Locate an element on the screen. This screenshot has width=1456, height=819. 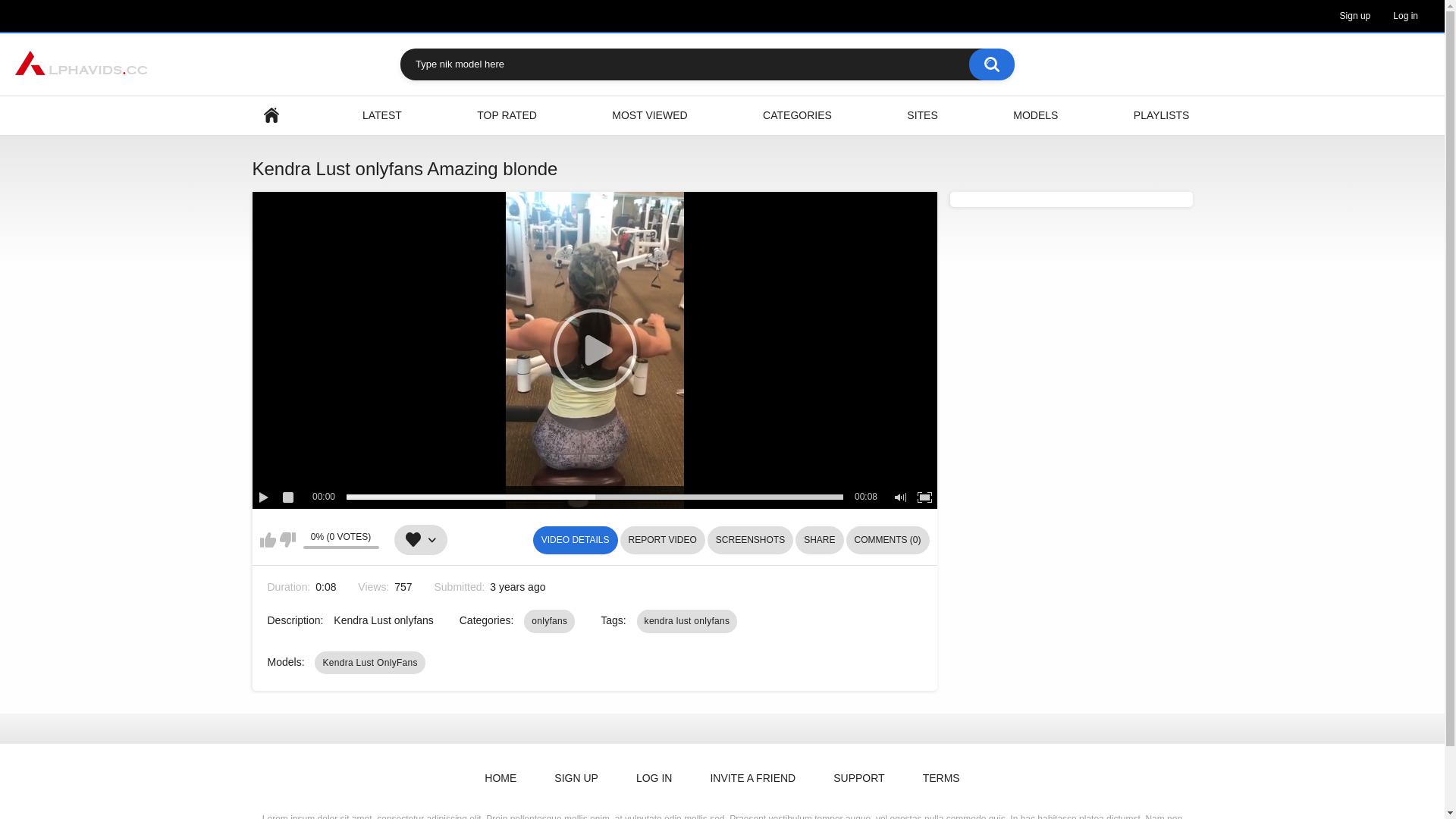
'VIDEO DETAILS' is located at coordinates (532, 539).